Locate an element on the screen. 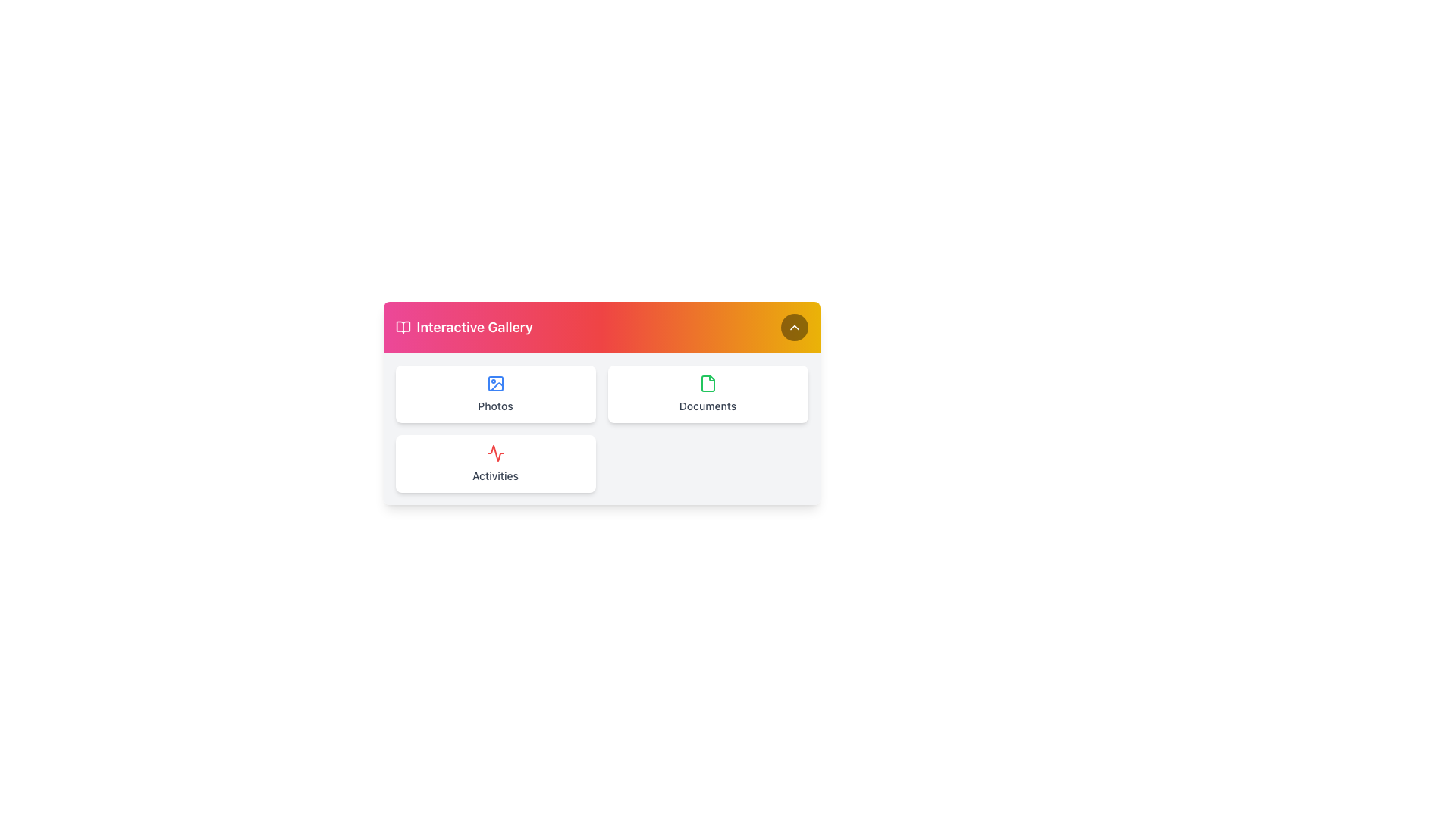 Image resolution: width=1456 pixels, height=819 pixels. the text label located at the bottom of a rounded white panel, positioned directly below the activity icon (pulse line) is located at coordinates (495, 475).